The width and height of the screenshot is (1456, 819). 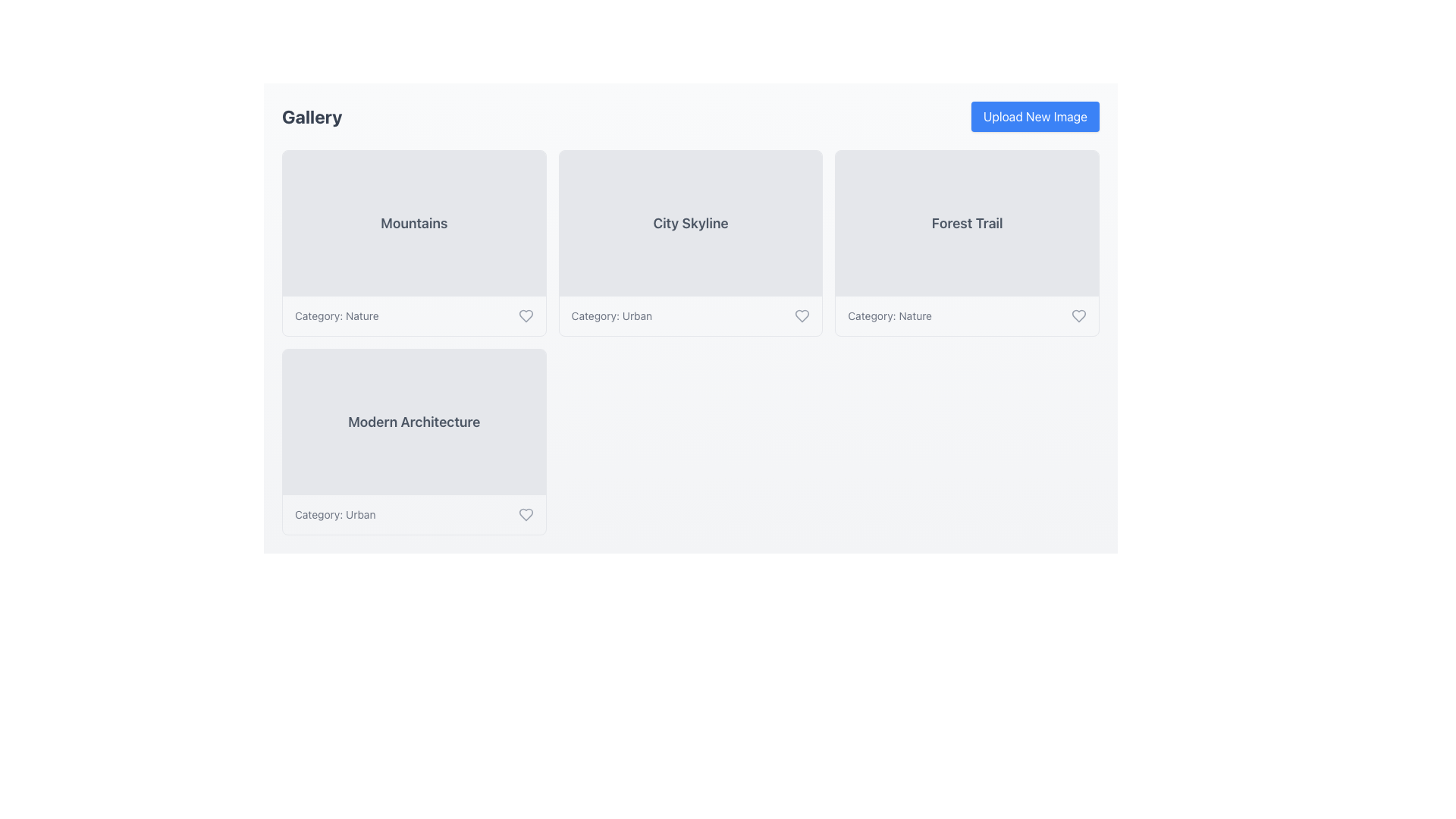 What do you see at coordinates (690, 223) in the screenshot?
I see `the text label displaying 'City Skyline', which is styled with a bold font and gray color, located centrally within its card interface in the grid layout` at bounding box center [690, 223].